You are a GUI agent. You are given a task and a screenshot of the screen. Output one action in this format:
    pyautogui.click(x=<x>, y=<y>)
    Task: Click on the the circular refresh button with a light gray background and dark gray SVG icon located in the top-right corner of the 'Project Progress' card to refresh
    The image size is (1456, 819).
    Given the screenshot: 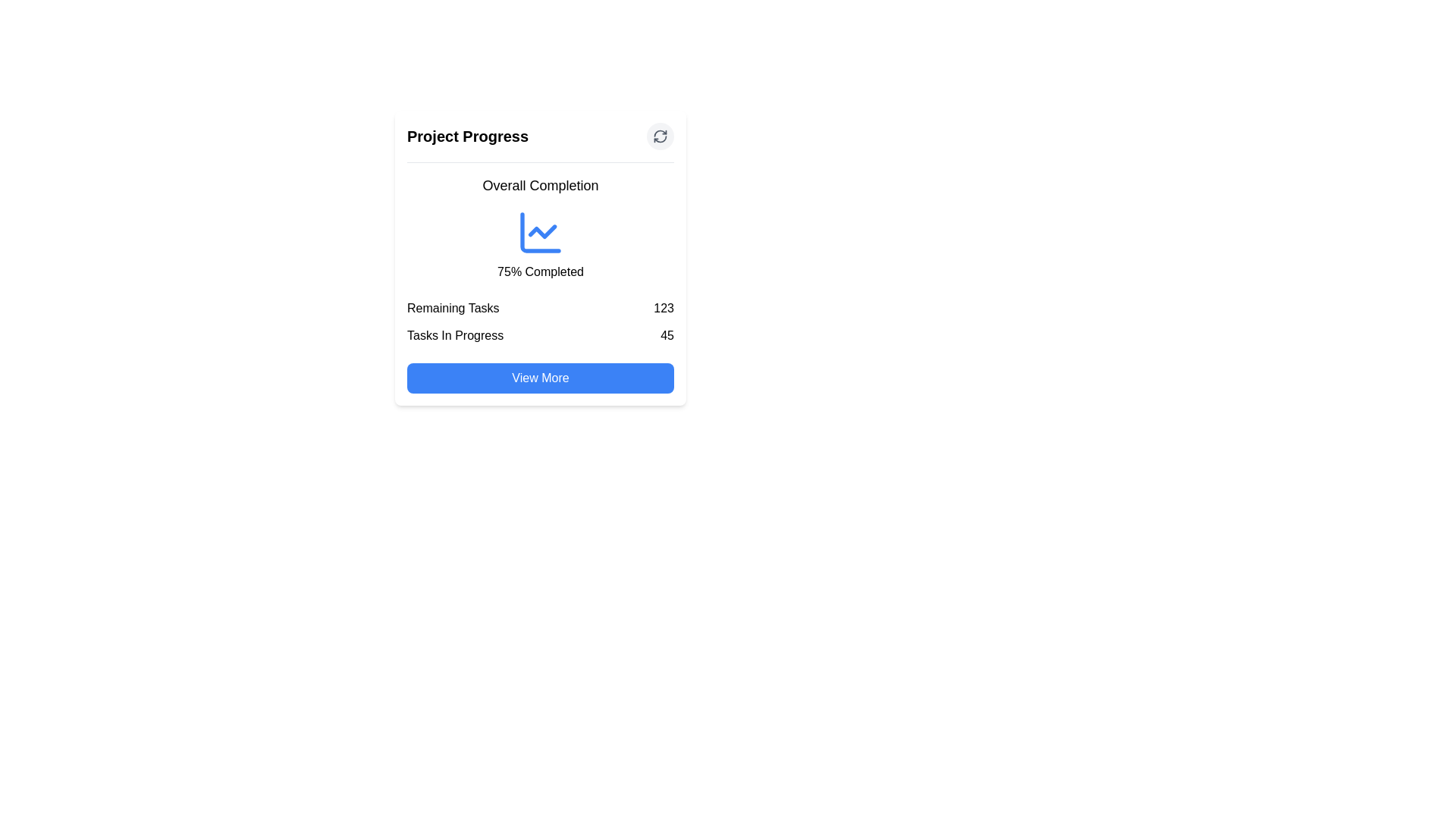 What is the action you would take?
    pyautogui.click(x=660, y=136)
    